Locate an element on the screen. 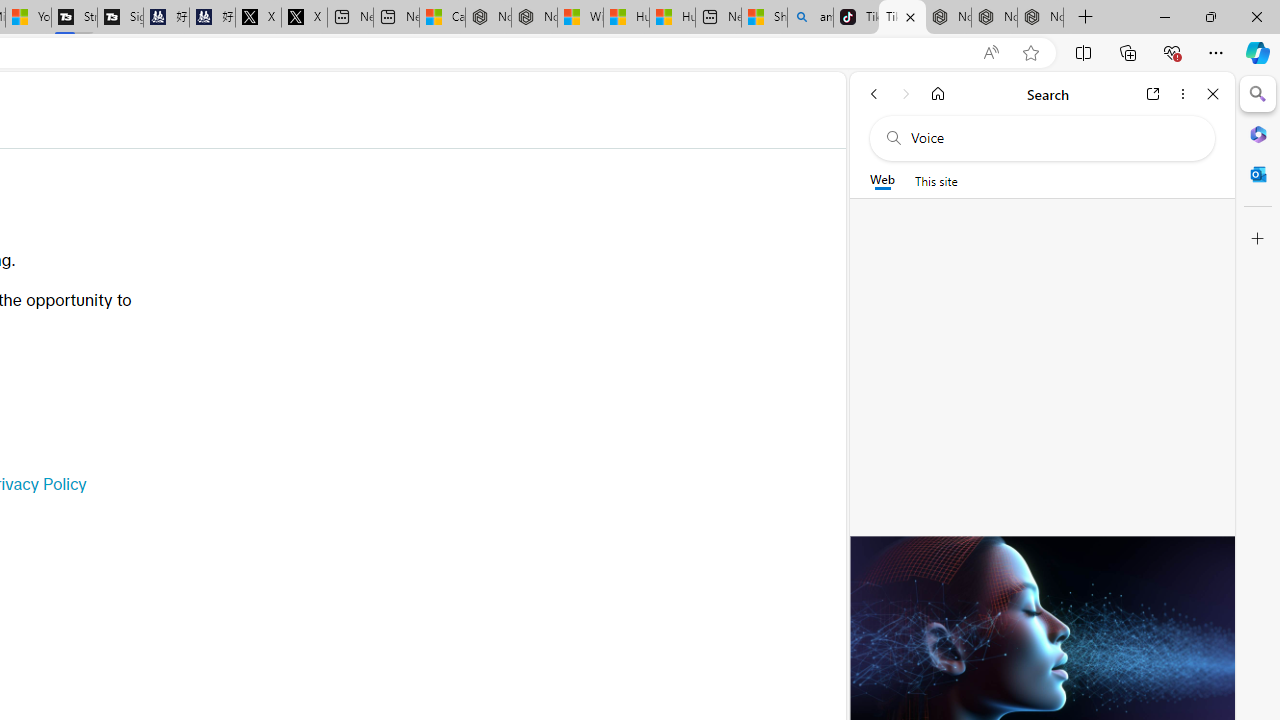  'This site scope' is located at coordinates (935, 180).